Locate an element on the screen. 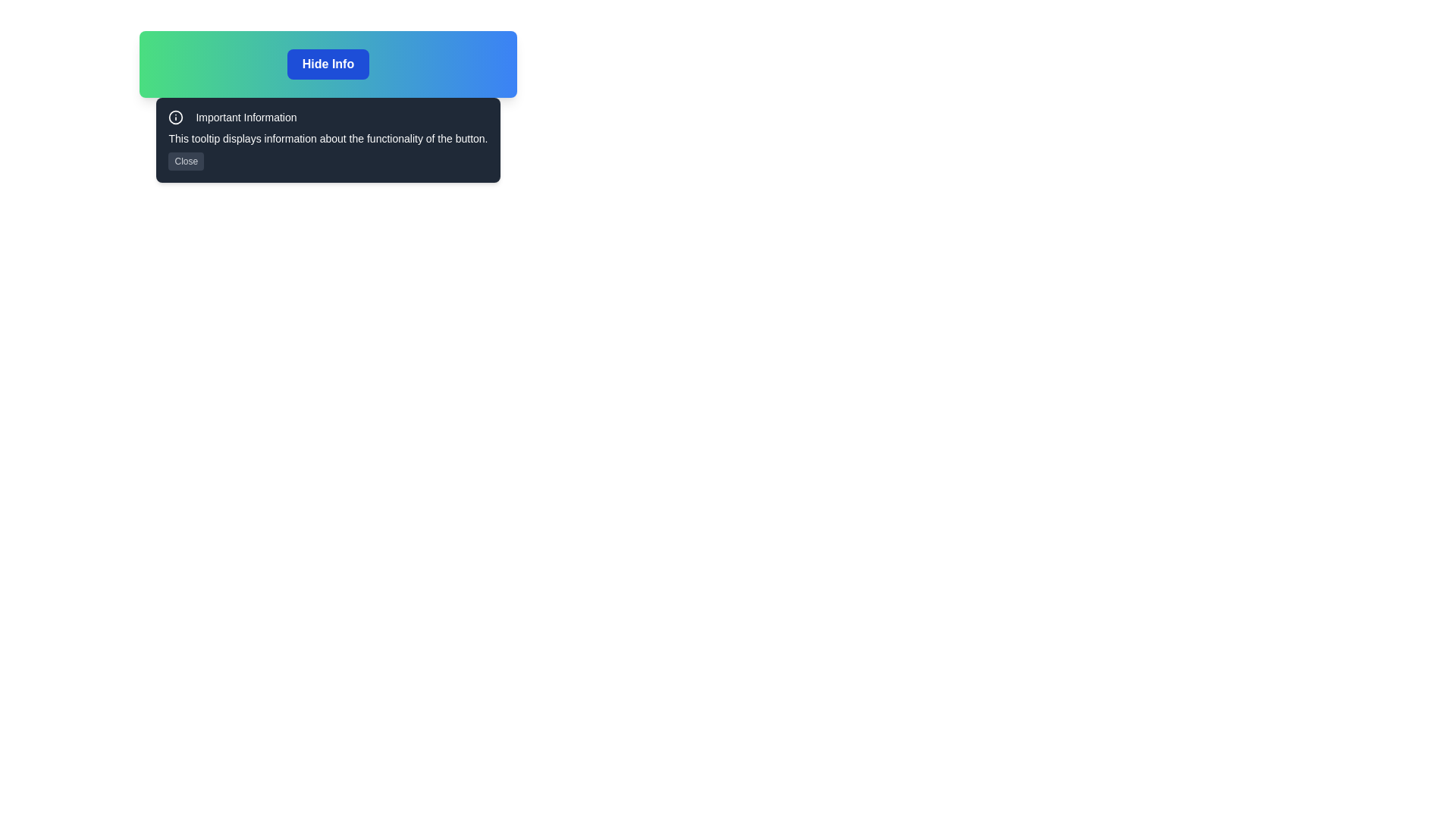 This screenshot has width=1456, height=819. the Text Label that displays 'Important Information', which is located below the 'Hide Info' button and to the right of the informational icon is located at coordinates (246, 116).